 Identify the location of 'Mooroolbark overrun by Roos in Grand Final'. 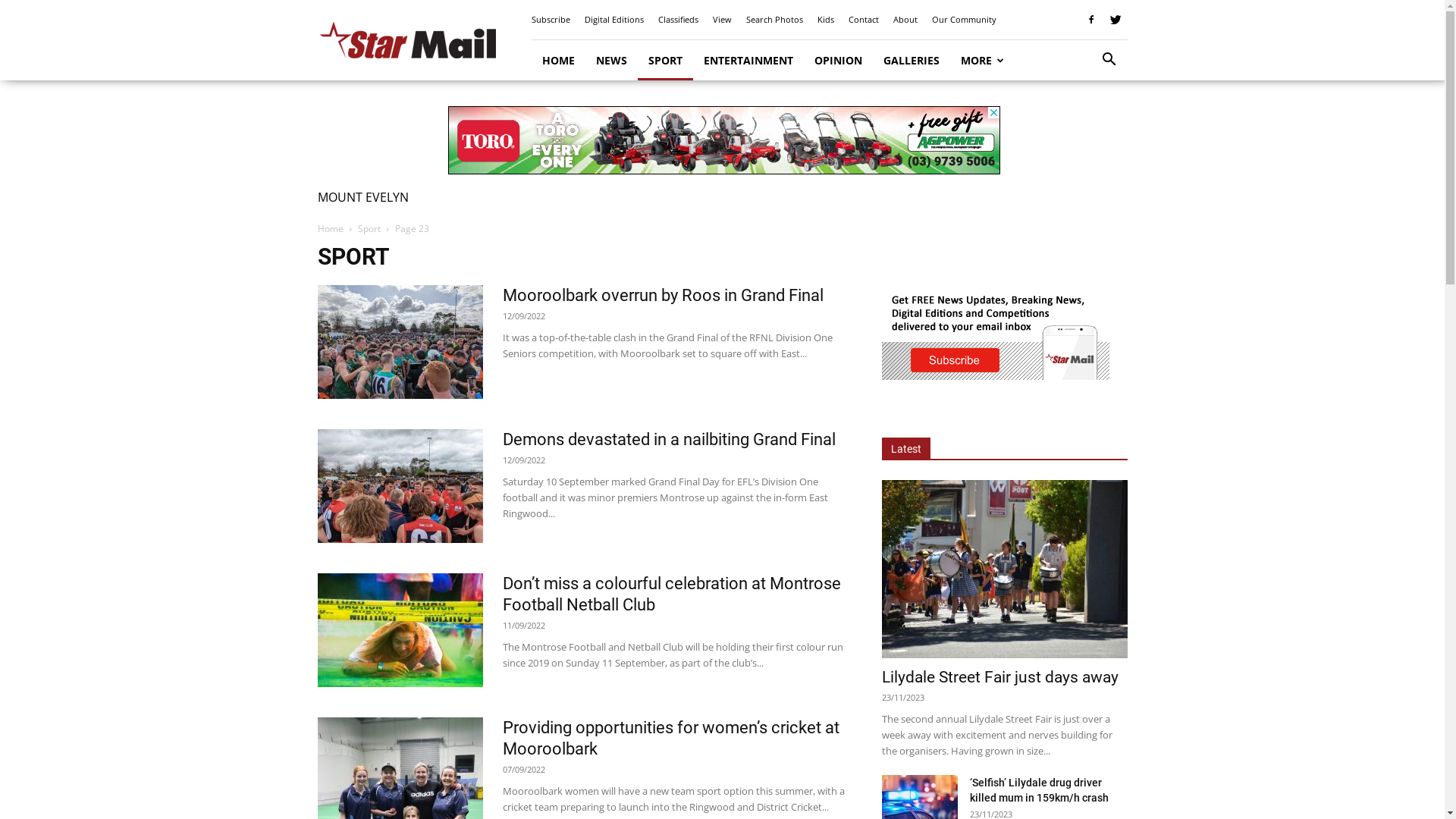
(400, 342).